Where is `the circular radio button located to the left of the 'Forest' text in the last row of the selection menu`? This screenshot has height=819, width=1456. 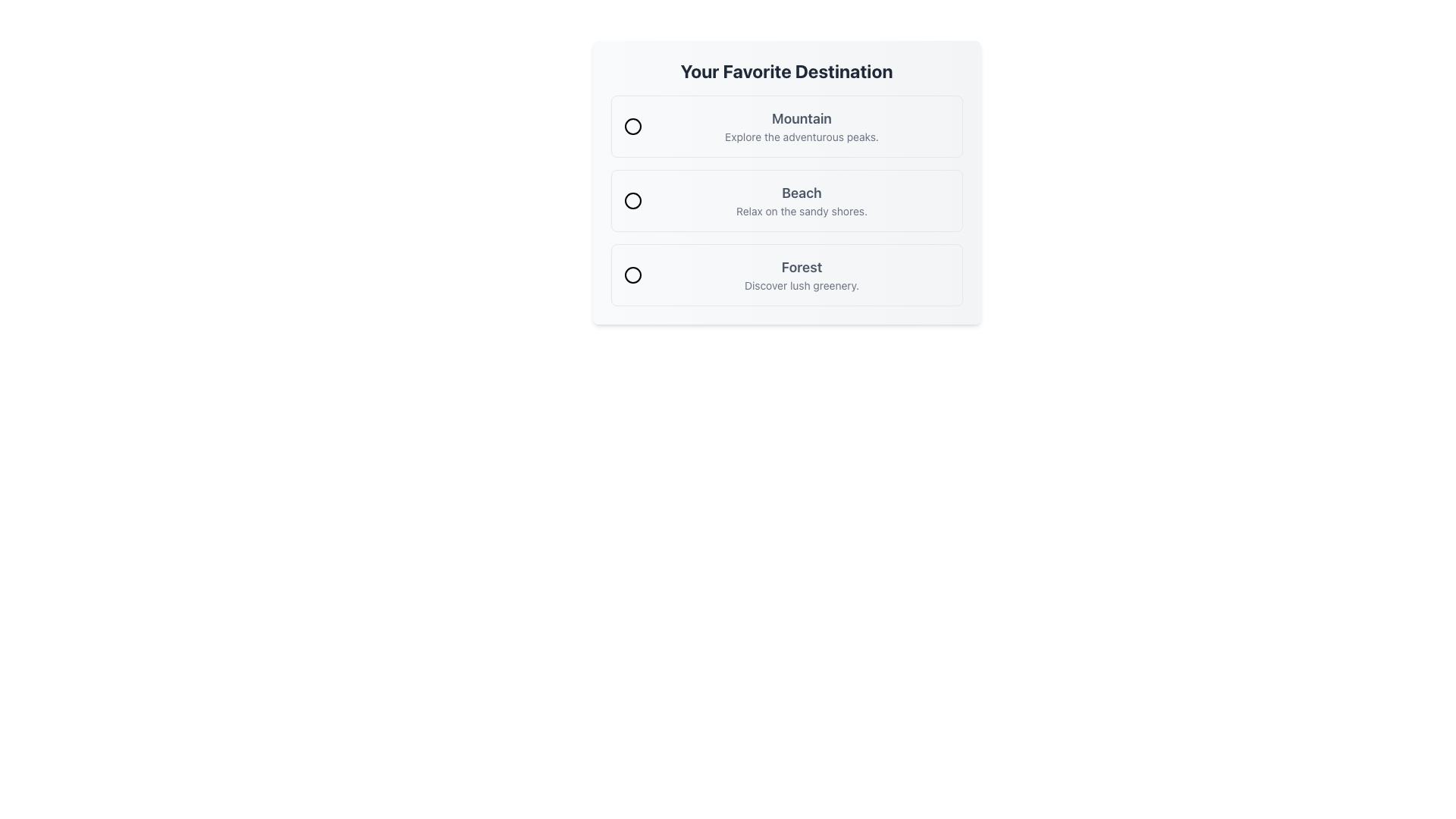
the circular radio button located to the left of the 'Forest' text in the last row of the selection menu is located at coordinates (632, 275).